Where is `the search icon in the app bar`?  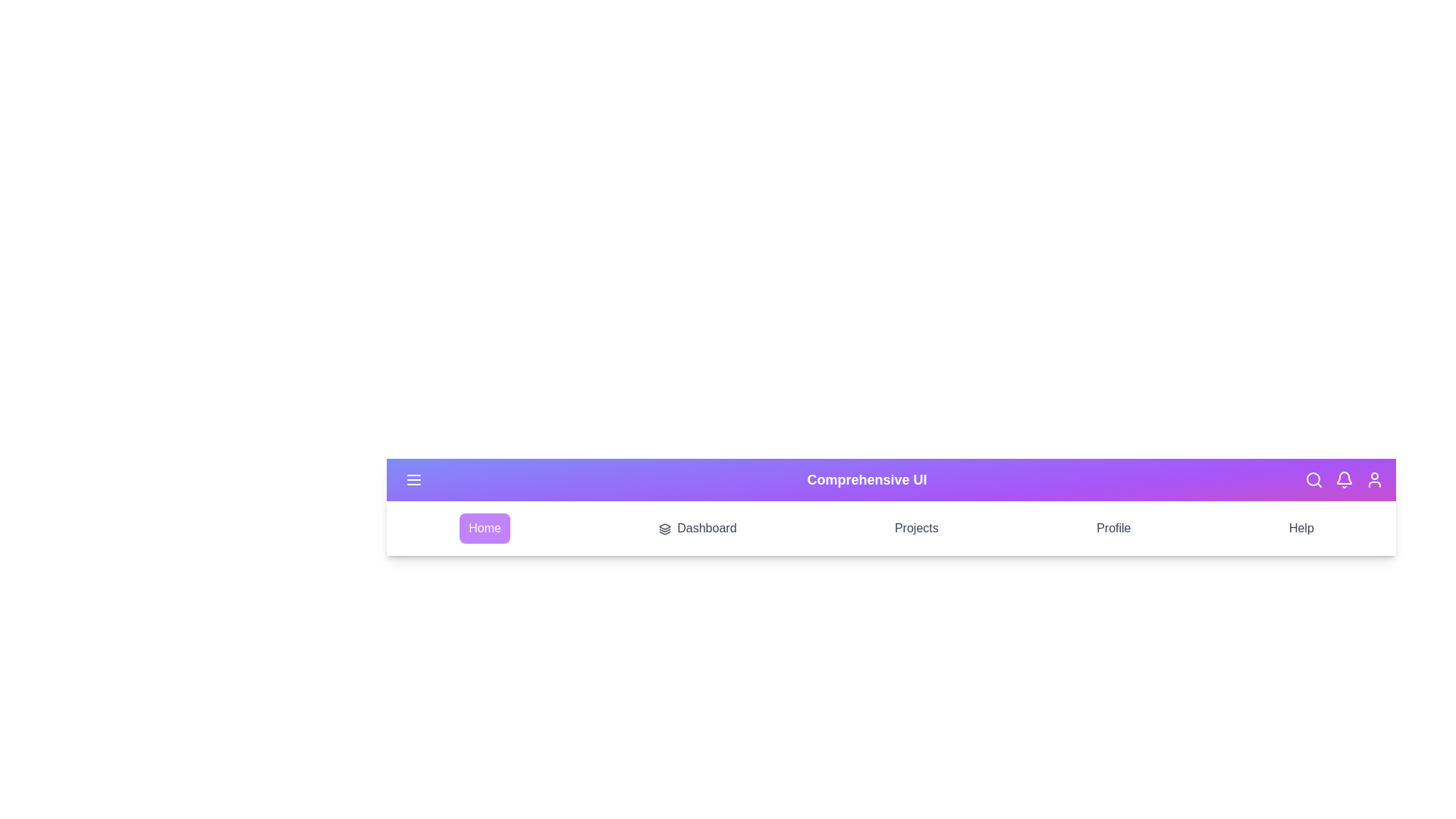
the search icon in the app bar is located at coordinates (1313, 479).